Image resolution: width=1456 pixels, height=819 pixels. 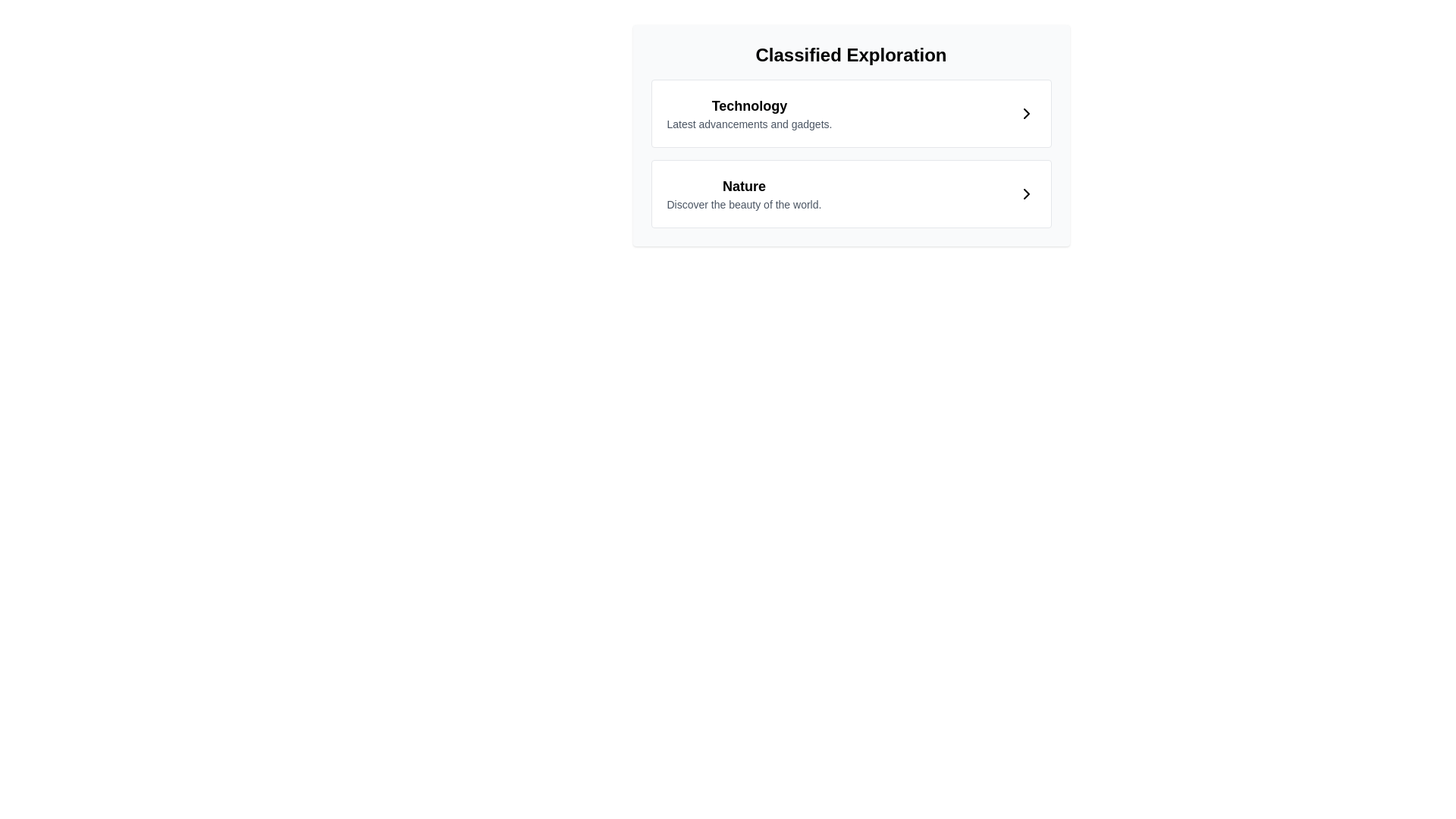 I want to click on prominently styled text display reading 'Classified Exploration' located at the top of the card layout, so click(x=851, y=55).